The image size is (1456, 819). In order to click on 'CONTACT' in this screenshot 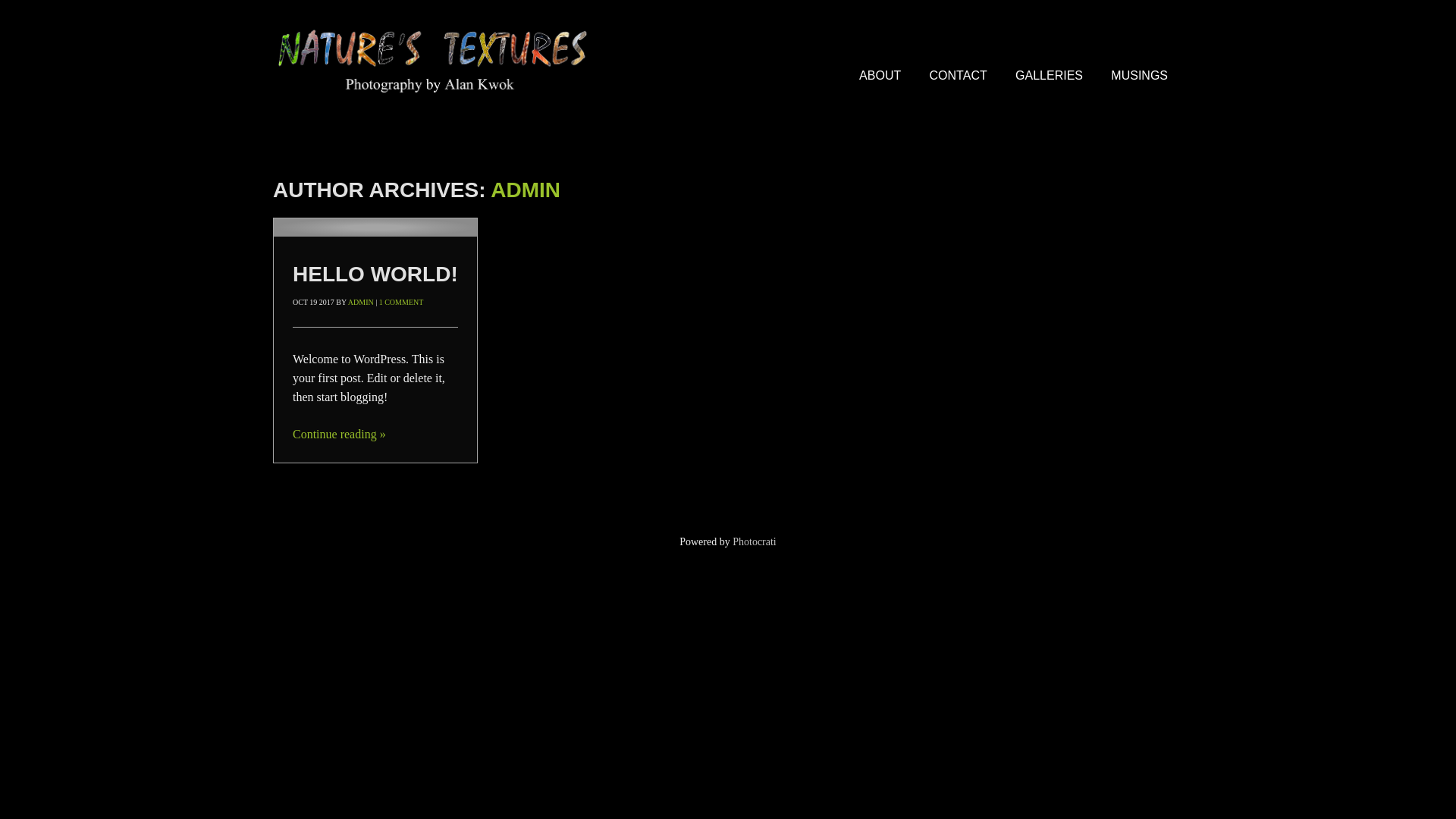, I will do `click(957, 76)`.